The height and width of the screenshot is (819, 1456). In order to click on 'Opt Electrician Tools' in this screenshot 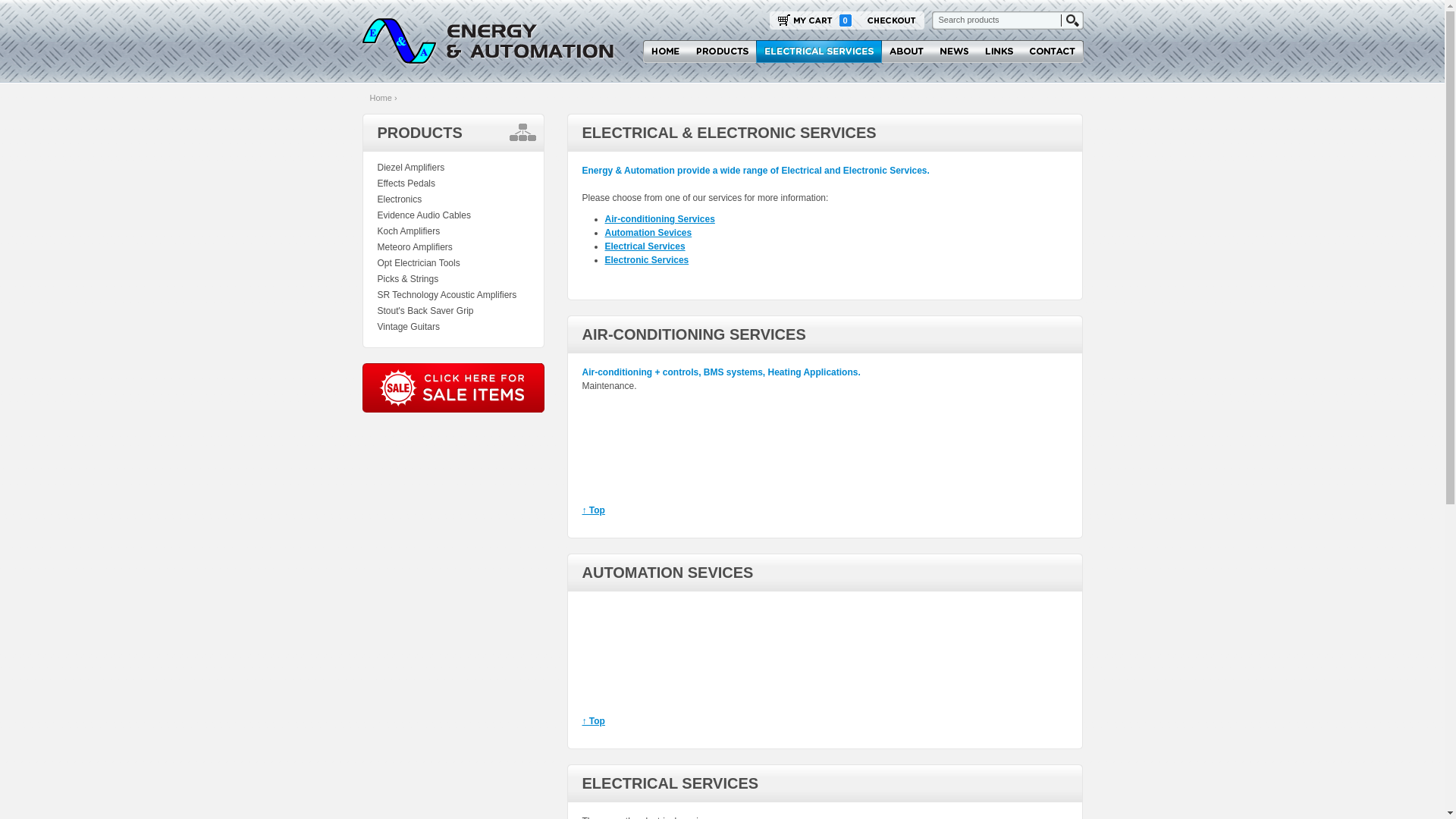, I will do `click(418, 262)`.